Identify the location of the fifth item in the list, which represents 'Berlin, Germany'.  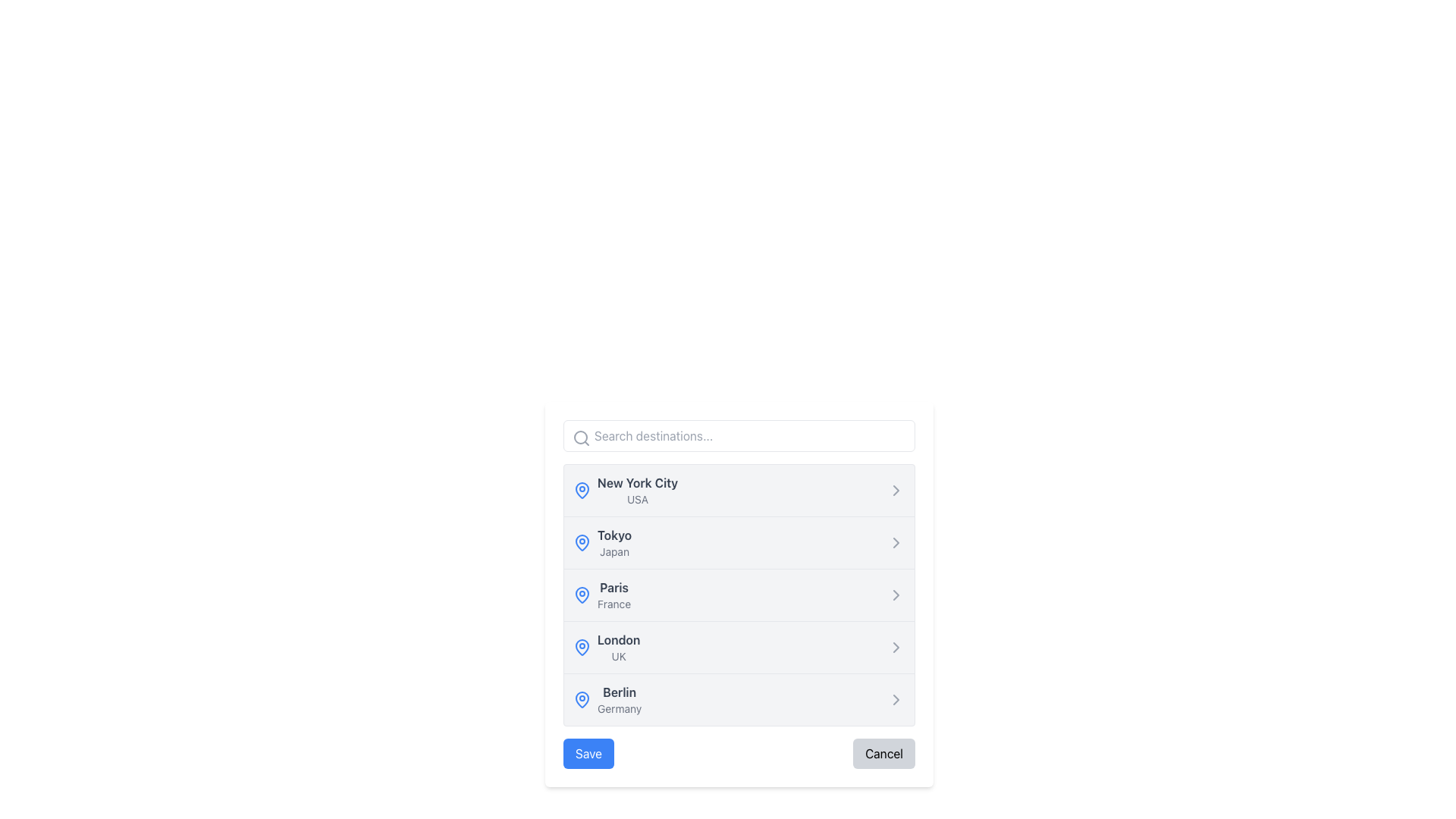
(620, 699).